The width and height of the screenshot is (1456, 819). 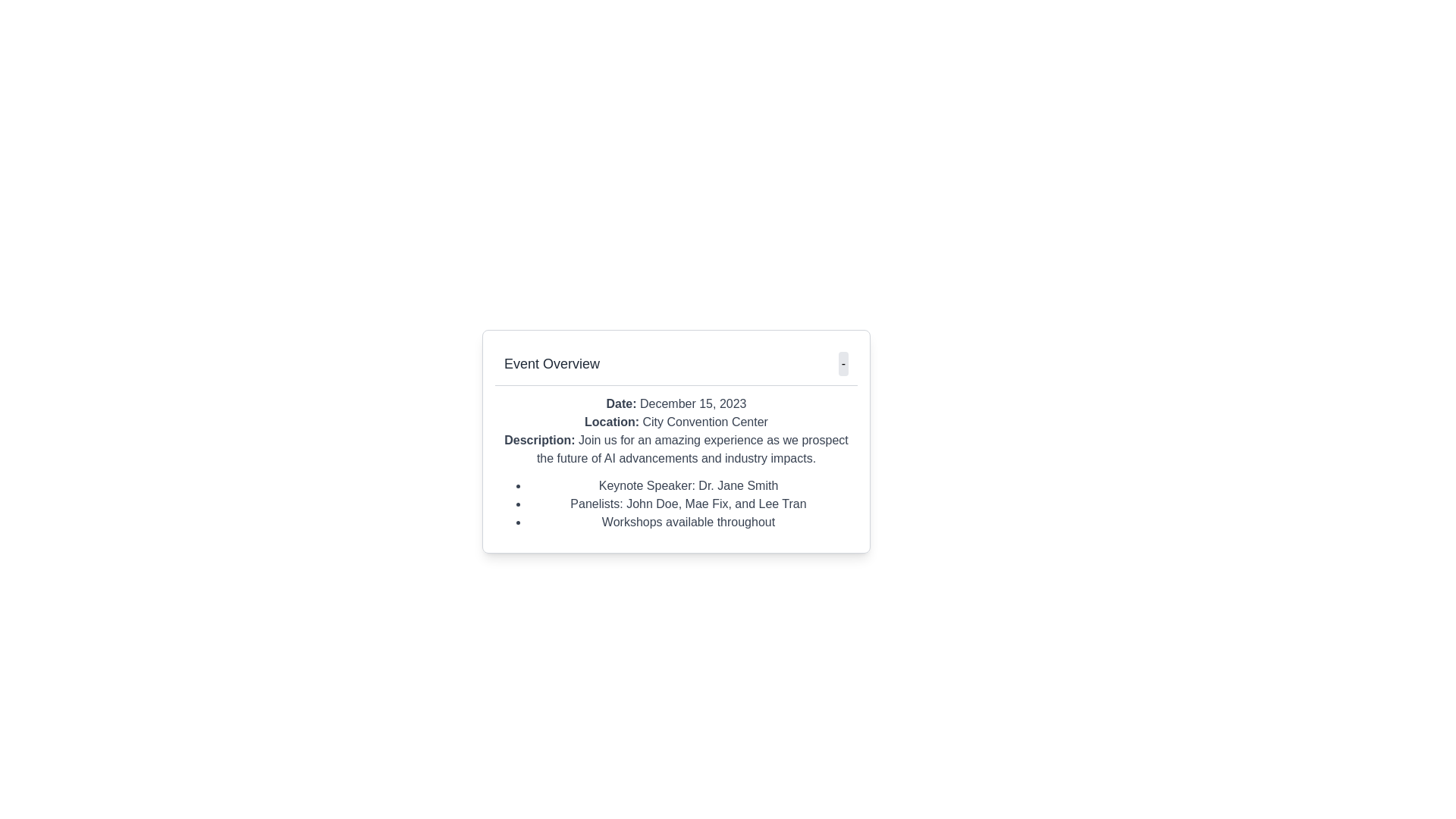 I want to click on the Text label located in the panel below the 'Event Overview' title to focus or highlight it, so click(x=539, y=440).